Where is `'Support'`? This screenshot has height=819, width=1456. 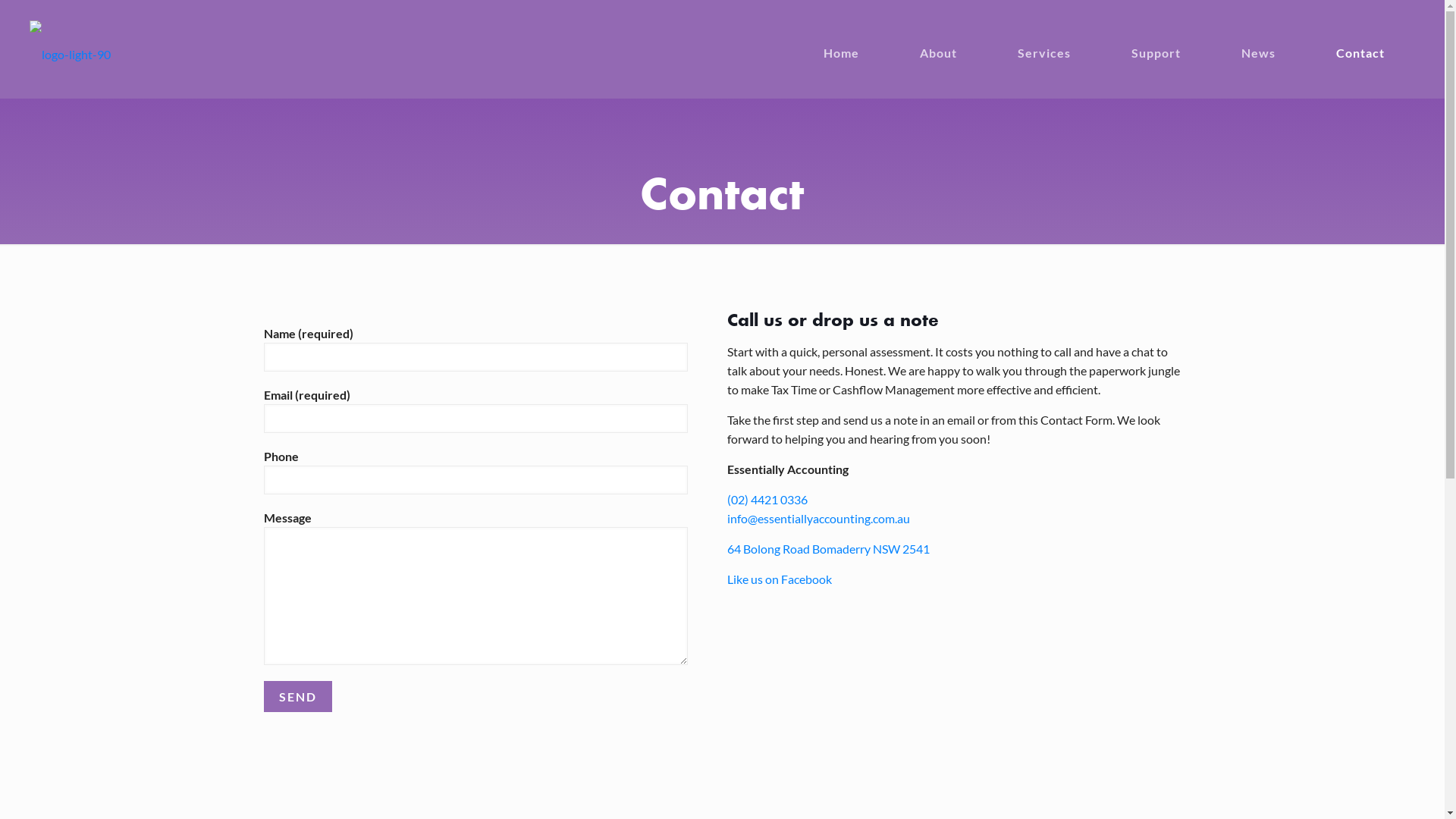
'Support' is located at coordinates (1170, 40).